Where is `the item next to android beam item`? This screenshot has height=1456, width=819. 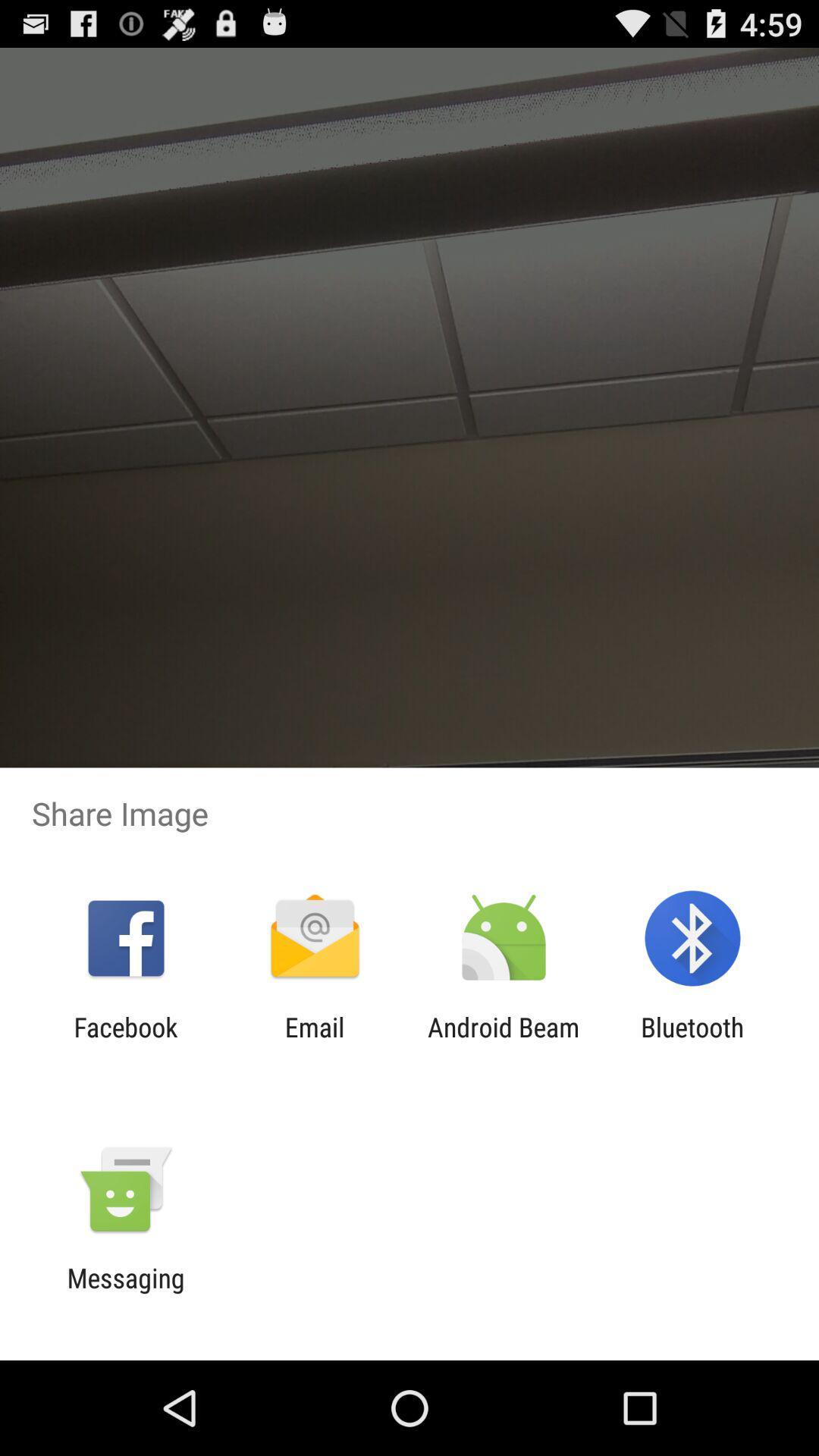
the item next to android beam item is located at coordinates (692, 1042).